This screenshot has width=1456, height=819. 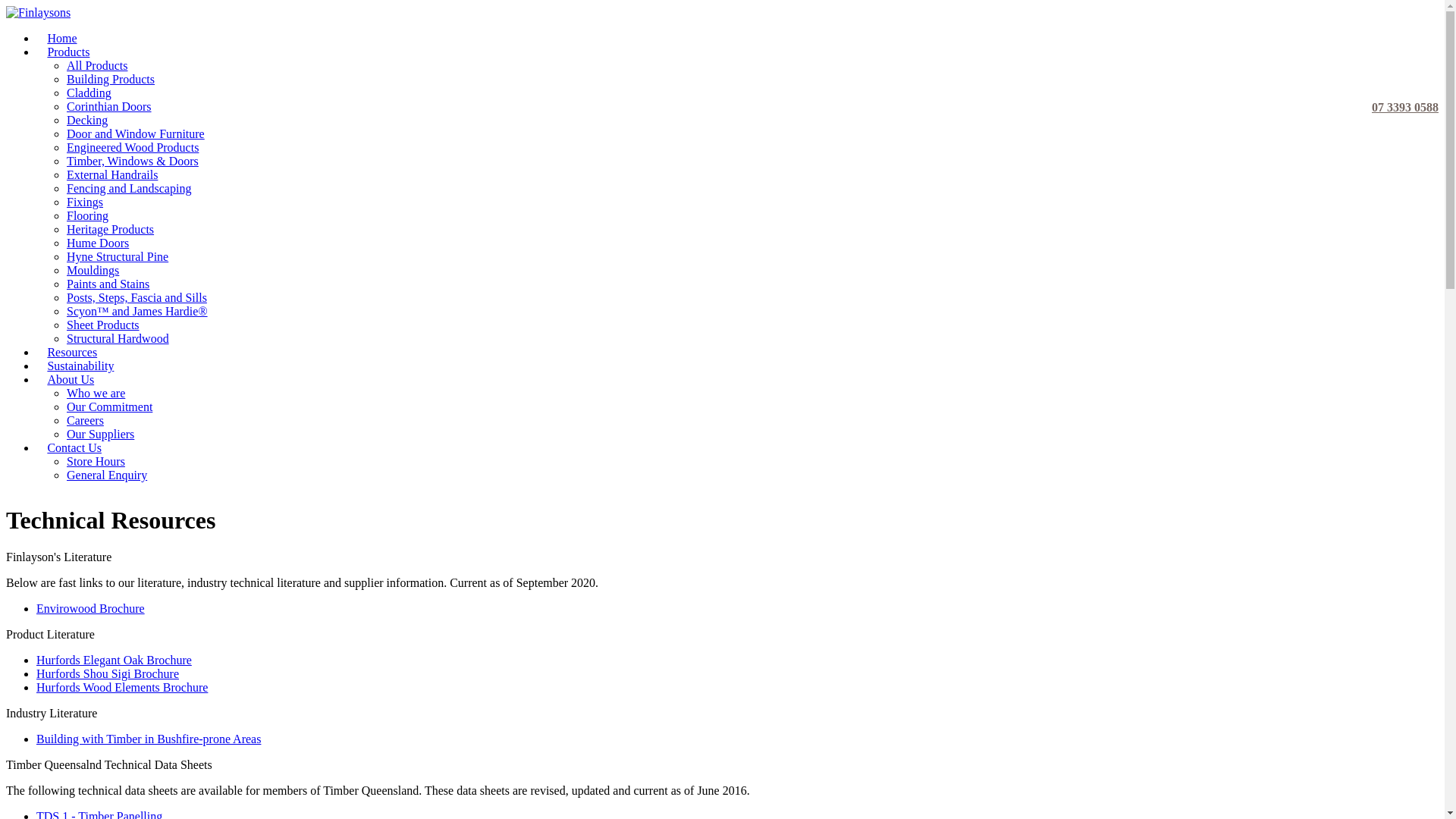 I want to click on 'Decking', so click(x=65, y=119).